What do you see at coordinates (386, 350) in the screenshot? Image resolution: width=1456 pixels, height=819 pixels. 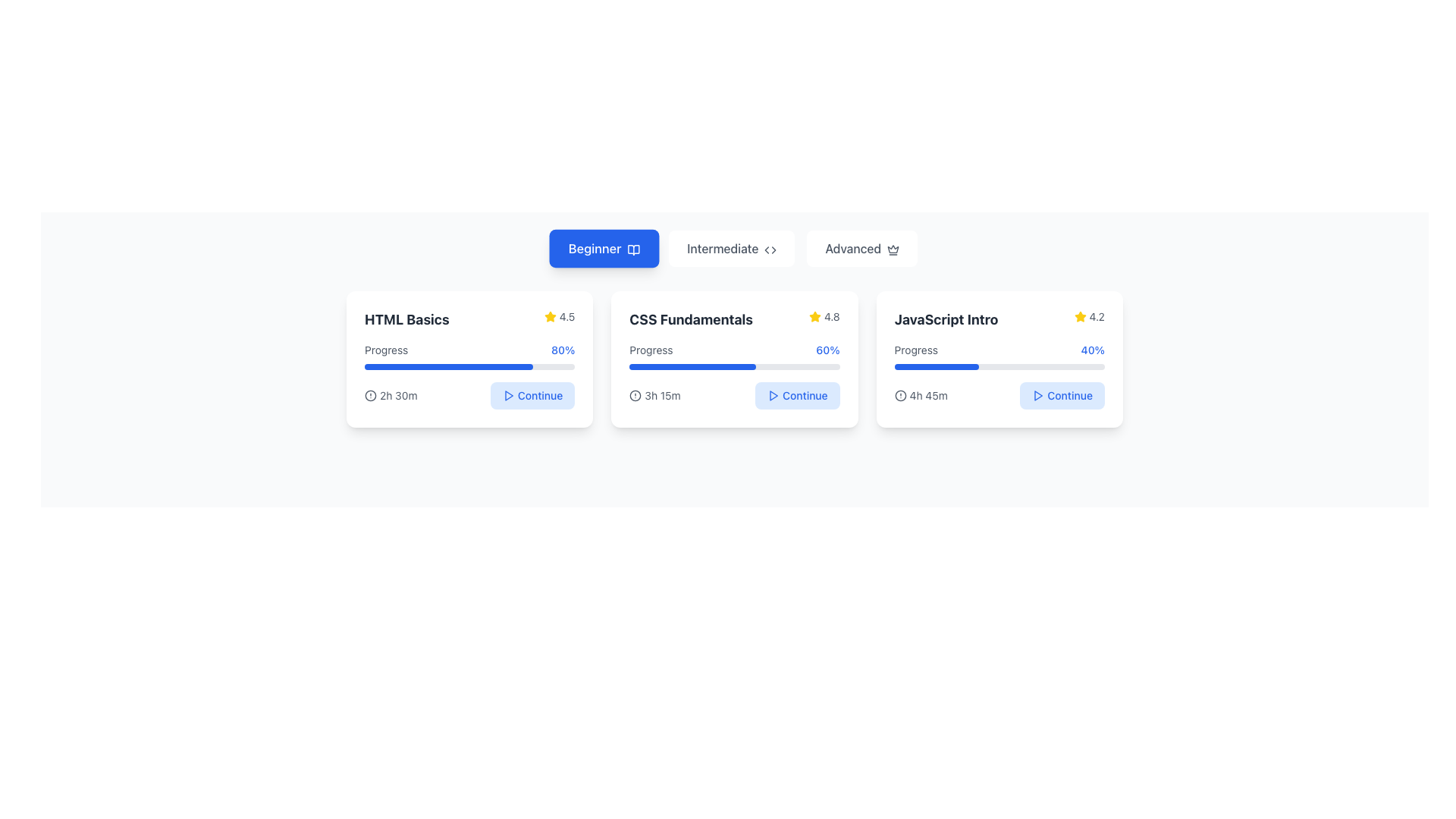 I see `the Text Label that indicates the progress percentage of the course in the leftmost card under the 'Beginner' section` at bounding box center [386, 350].